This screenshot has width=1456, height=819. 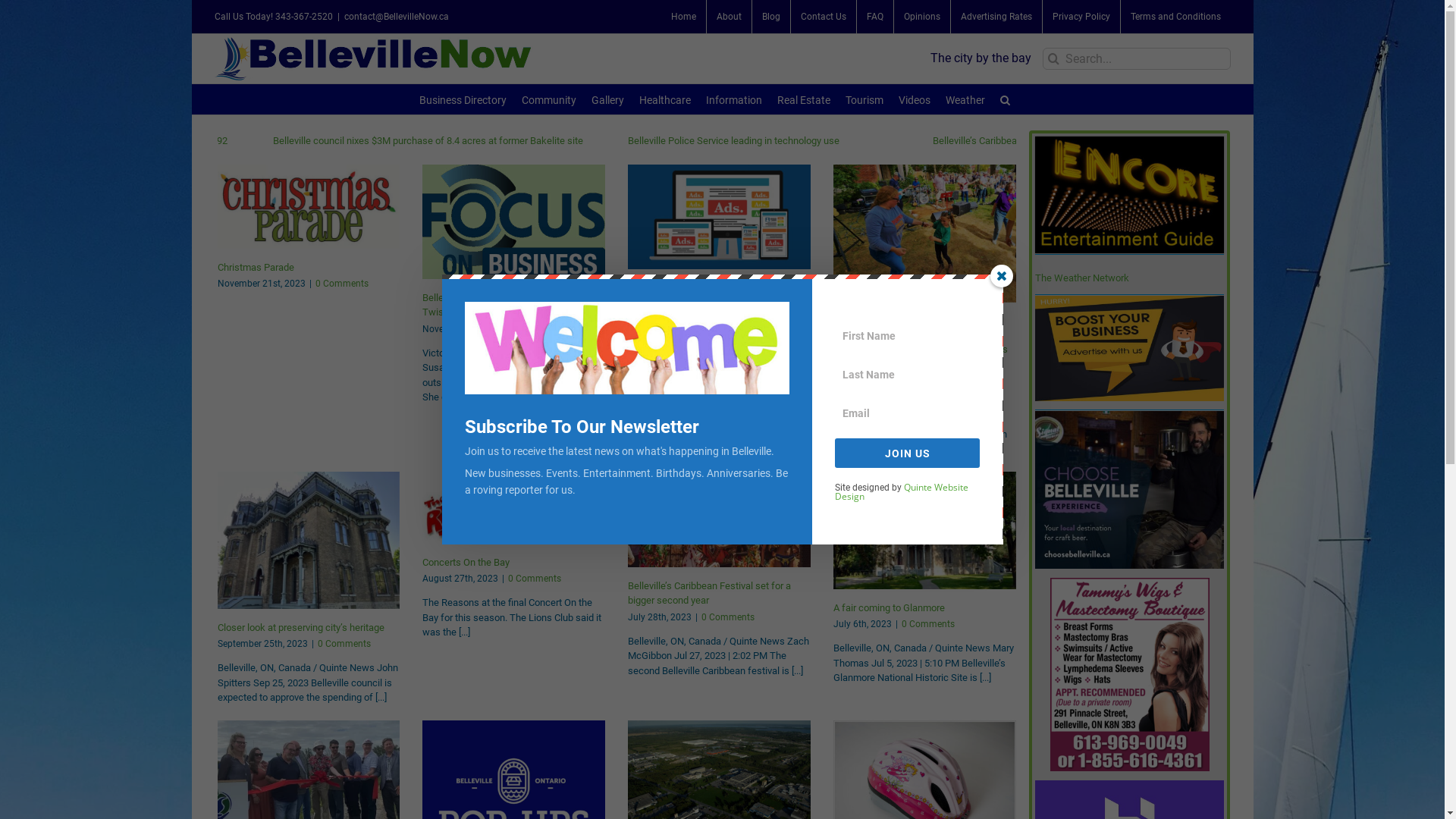 I want to click on 'Quinte Website Design', so click(x=902, y=491).